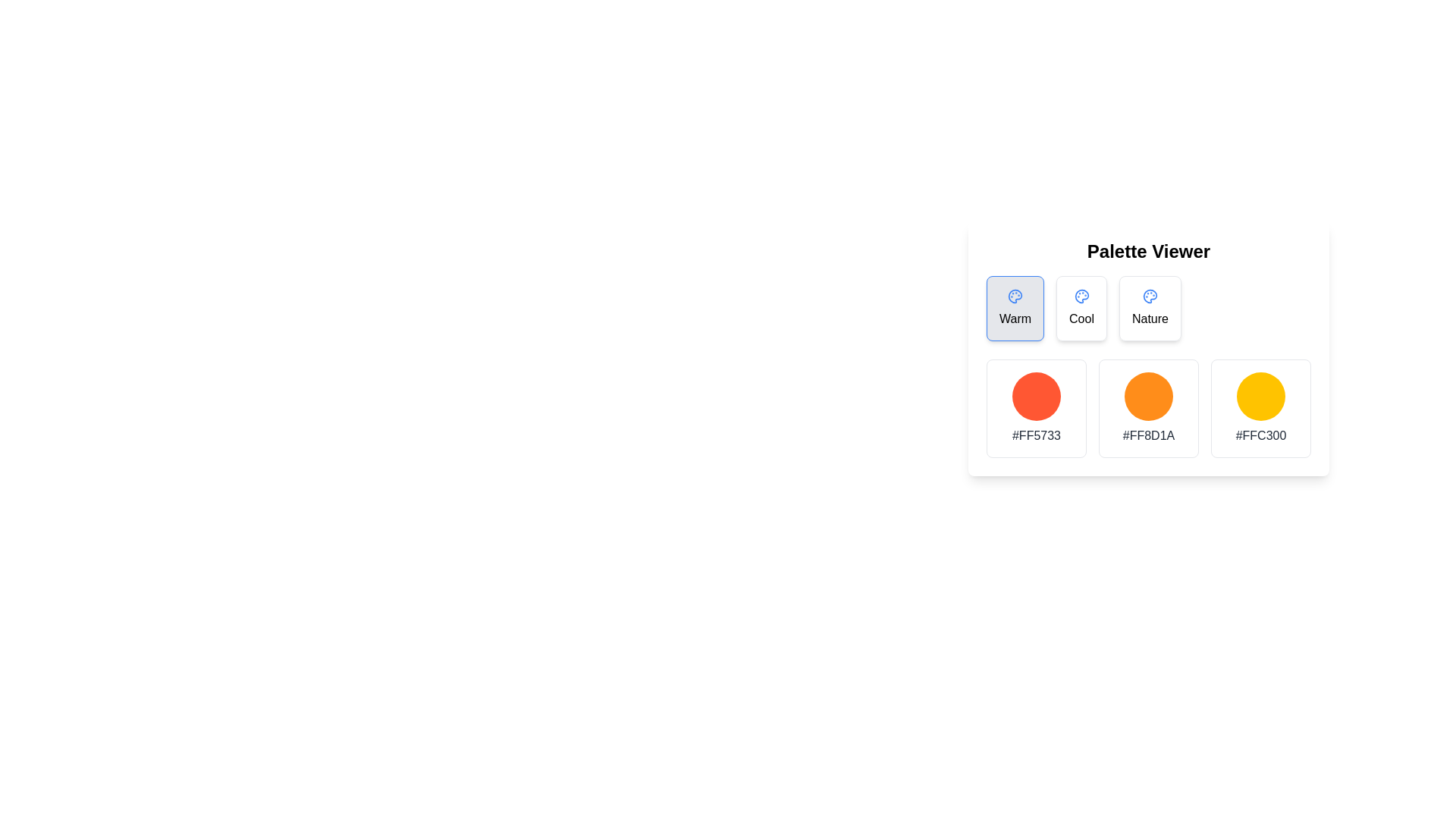 The width and height of the screenshot is (1456, 819). I want to click on color information visually on the Card element displaying the color swatch for '#FF8D1A' located in the 'Palette Viewer', so click(1149, 408).